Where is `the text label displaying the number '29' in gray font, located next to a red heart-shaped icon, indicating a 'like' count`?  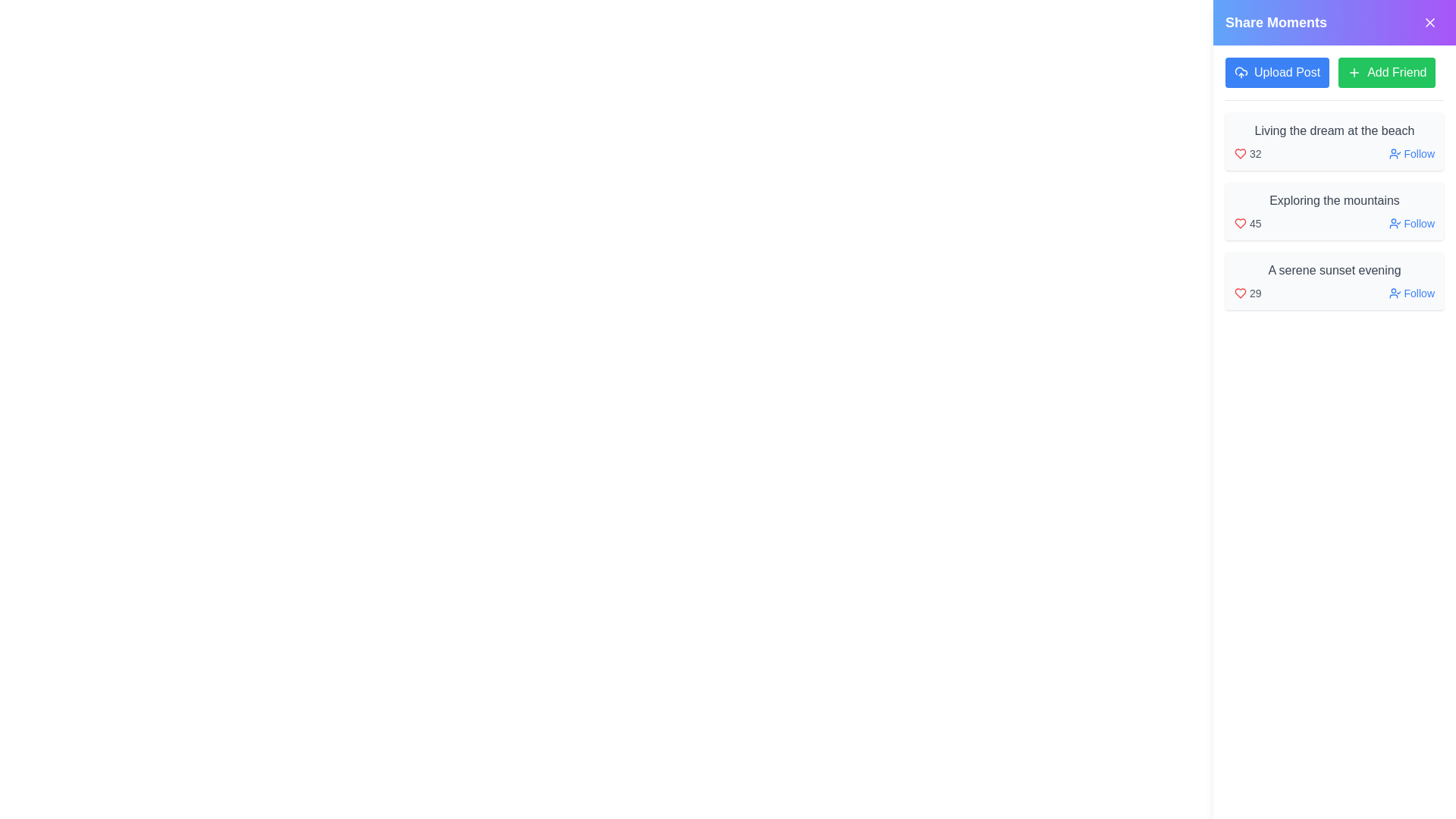
the text label displaying the number '29' in gray font, located next to a red heart-shaped icon, indicating a 'like' count is located at coordinates (1247, 293).